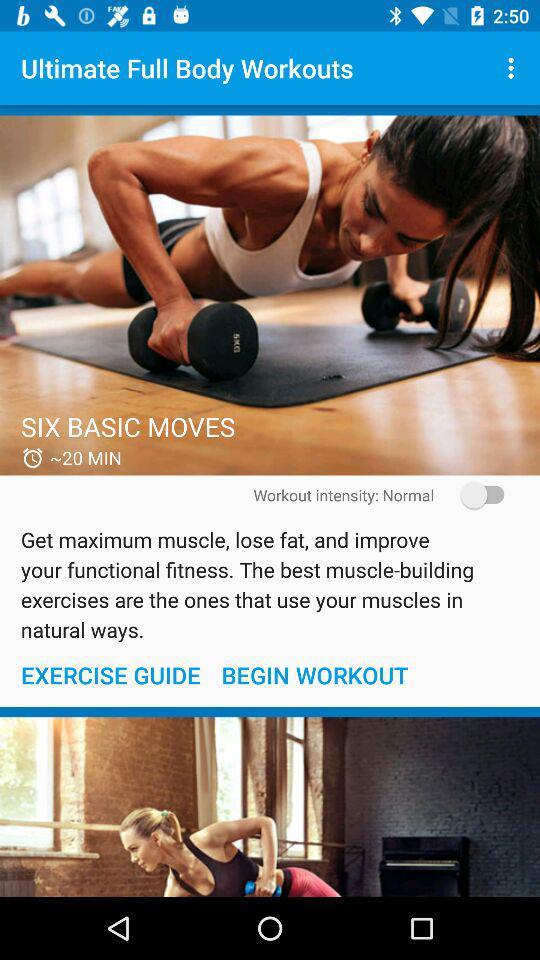  I want to click on video, so click(270, 294).